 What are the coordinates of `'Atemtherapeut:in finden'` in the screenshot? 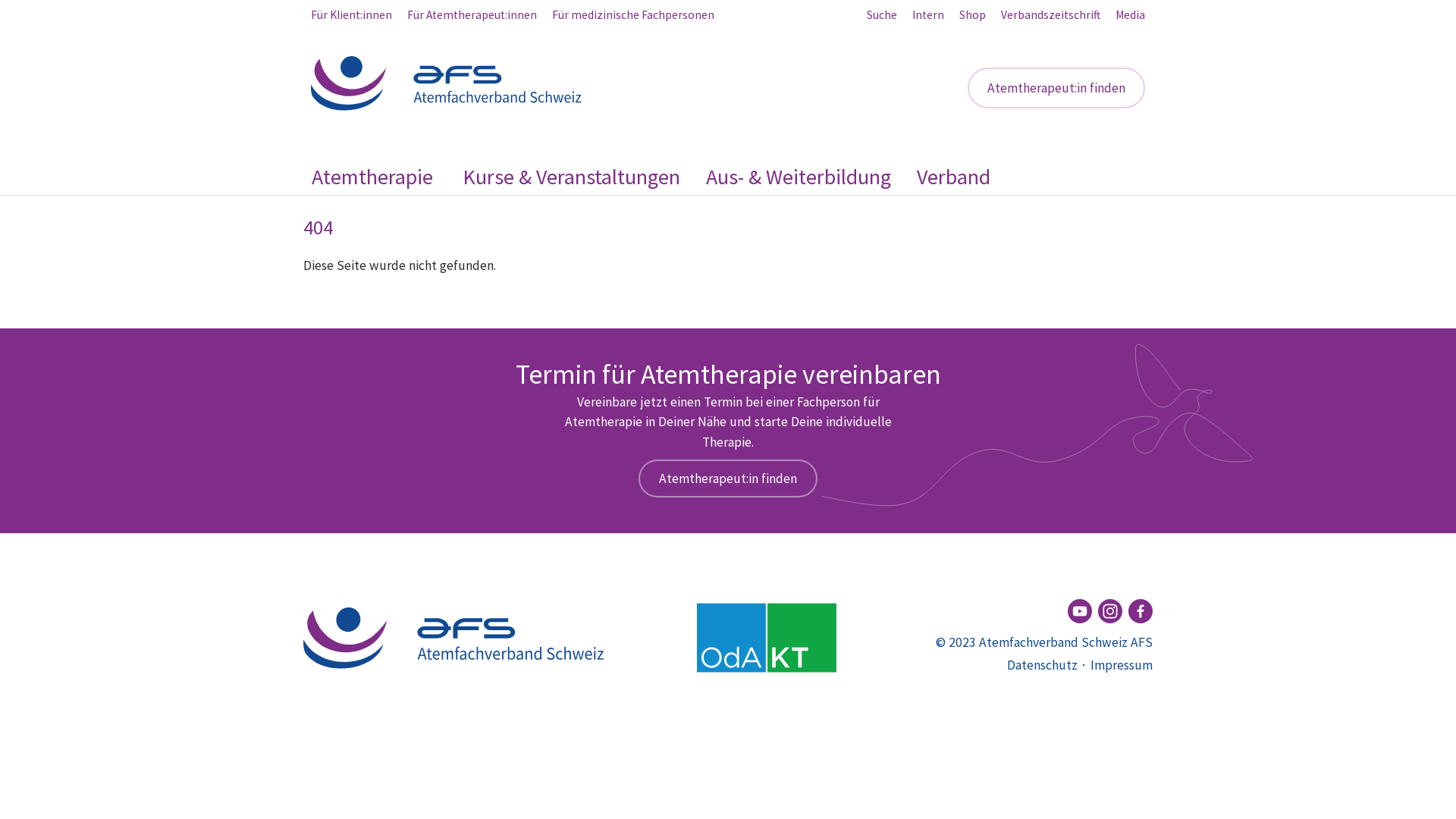 It's located at (967, 87).